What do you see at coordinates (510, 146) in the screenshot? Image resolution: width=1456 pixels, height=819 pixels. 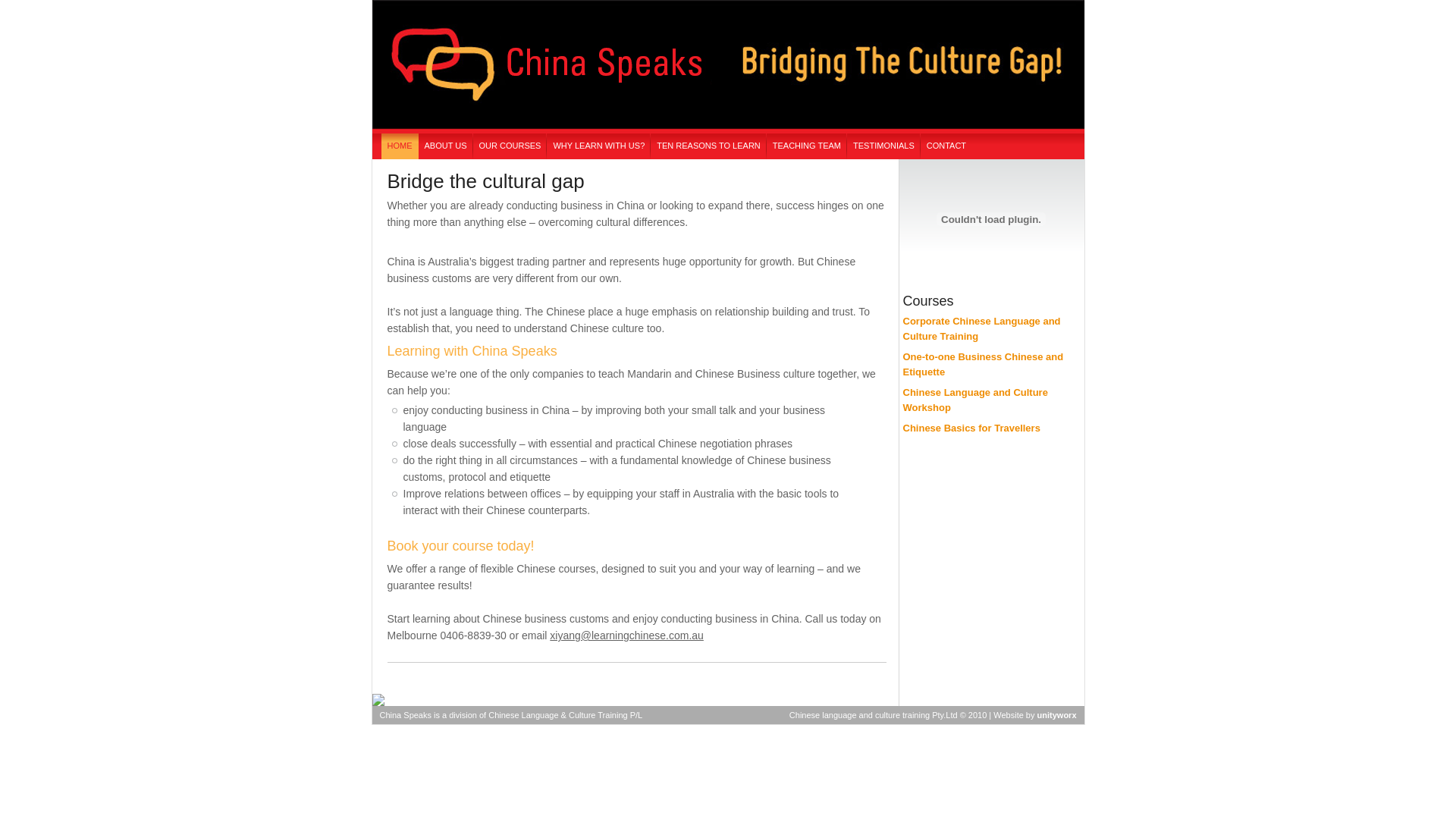 I see `'OUR COURSES'` at bounding box center [510, 146].